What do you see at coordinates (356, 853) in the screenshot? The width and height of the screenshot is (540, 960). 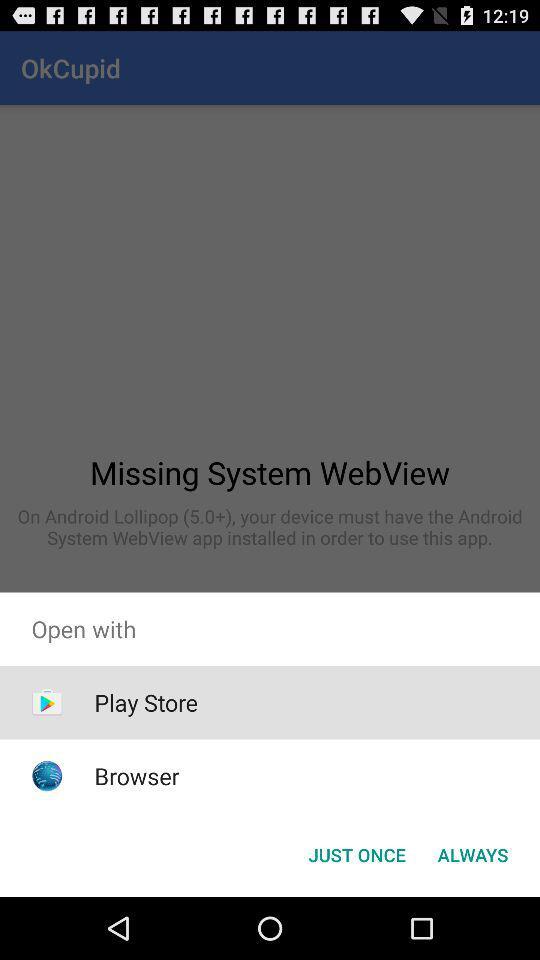 I see `the app below the open with app` at bounding box center [356, 853].